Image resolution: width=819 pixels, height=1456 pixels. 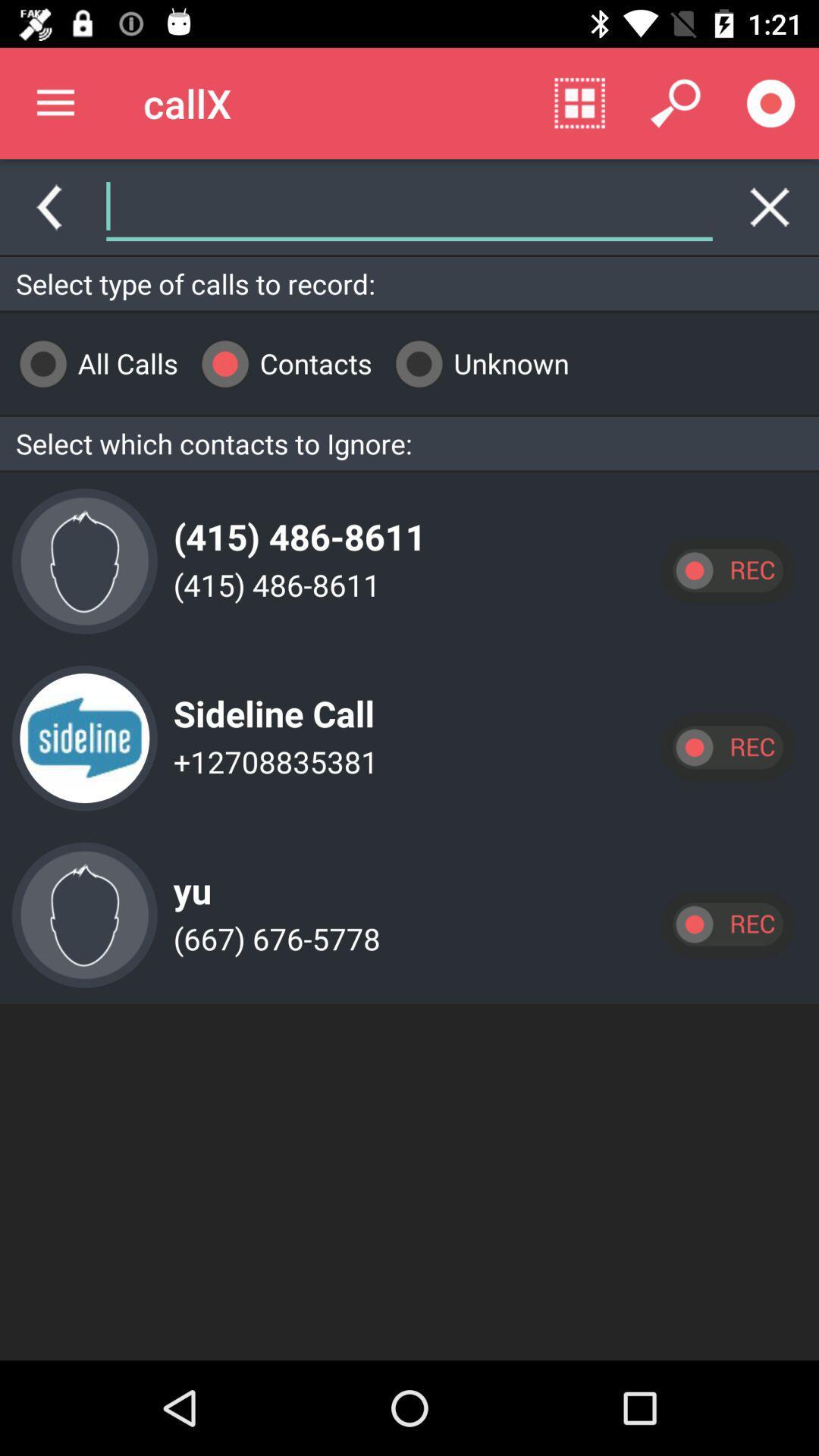 What do you see at coordinates (726, 570) in the screenshot?
I see `record call` at bounding box center [726, 570].